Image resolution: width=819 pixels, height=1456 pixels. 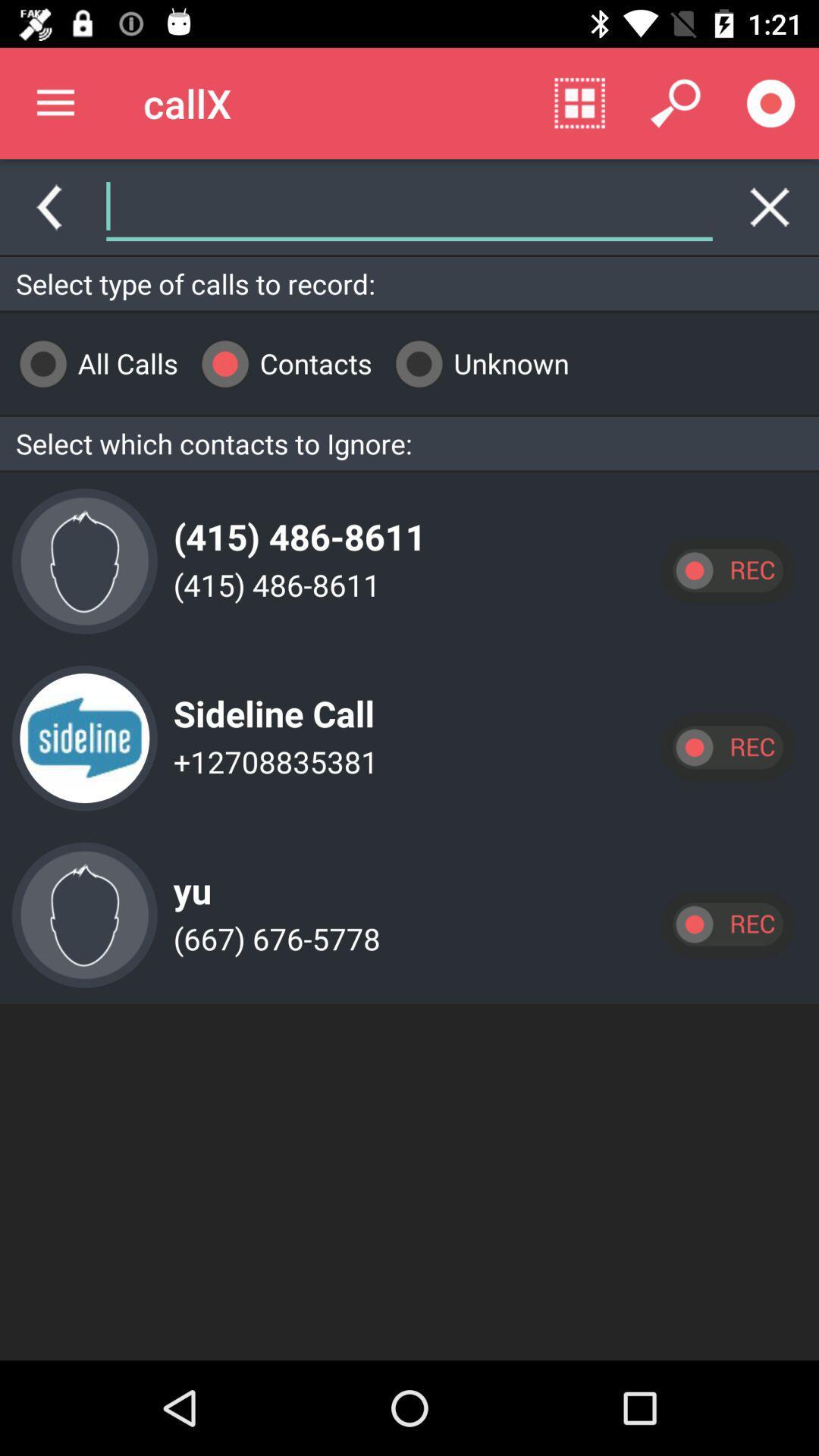 What do you see at coordinates (726, 570) in the screenshot?
I see `record call` at bounding box center [726, 570].